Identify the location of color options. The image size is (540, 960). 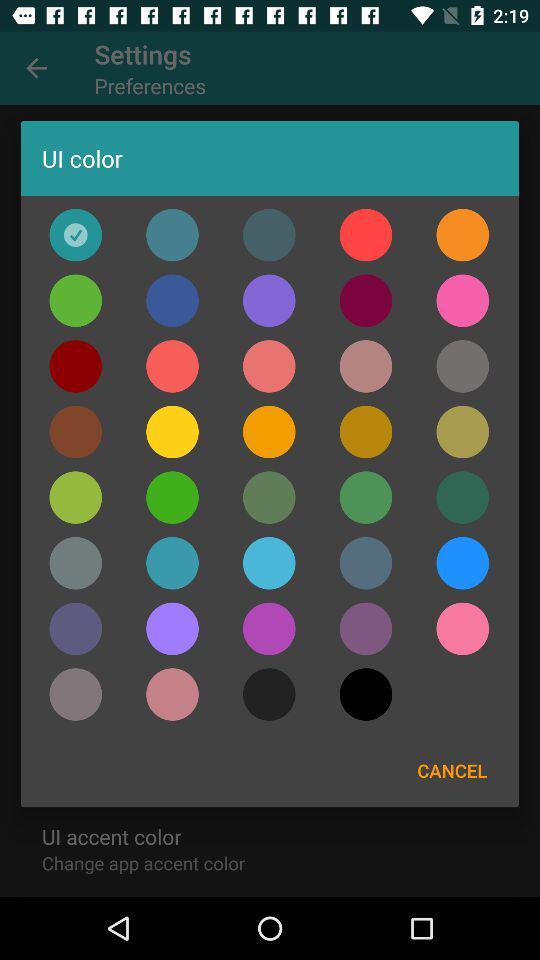
(462, 365).